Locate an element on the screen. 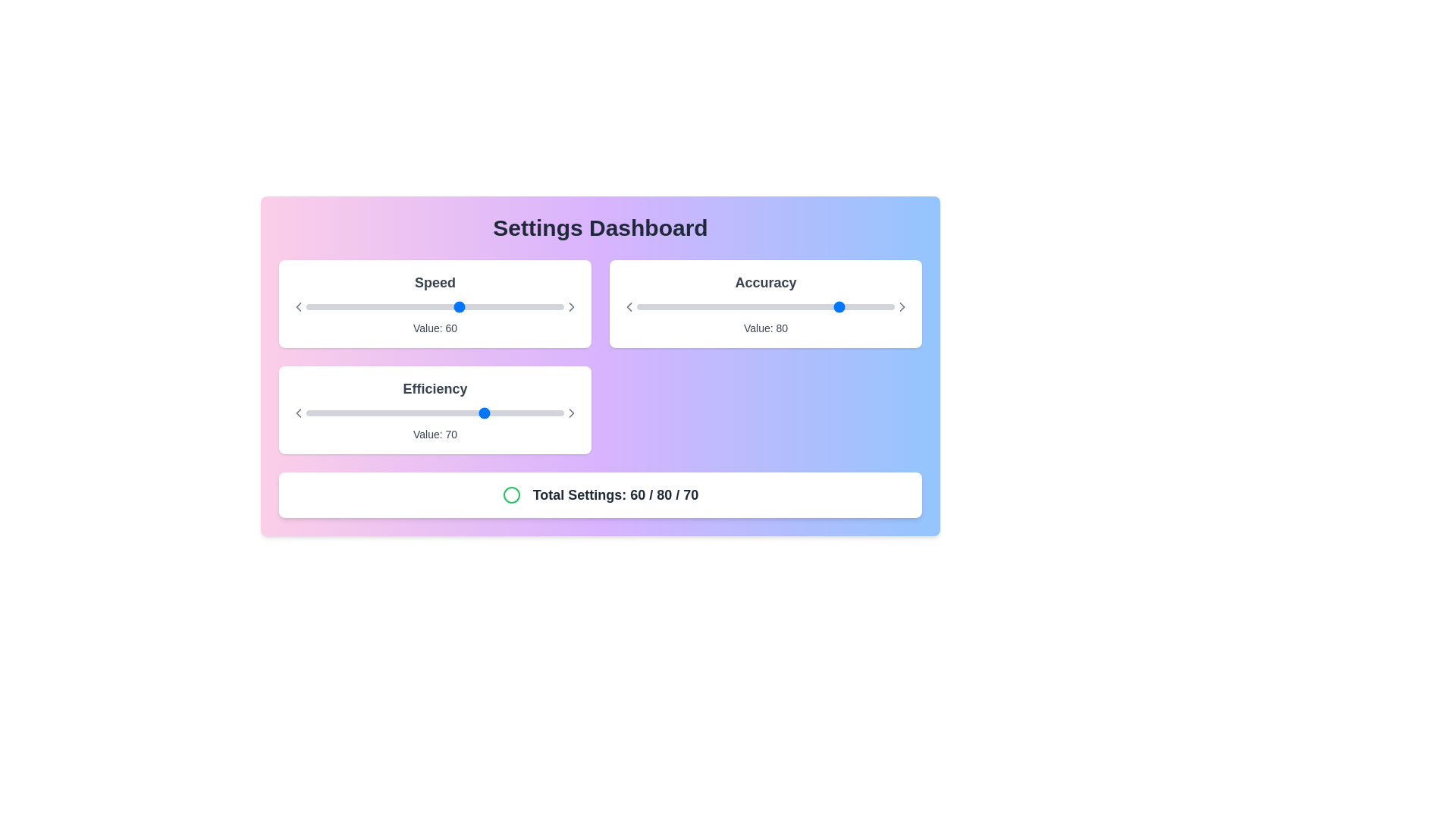 This screenshot has height=819, width=1456. the accuracy slider is located at coordinates (750, 307).